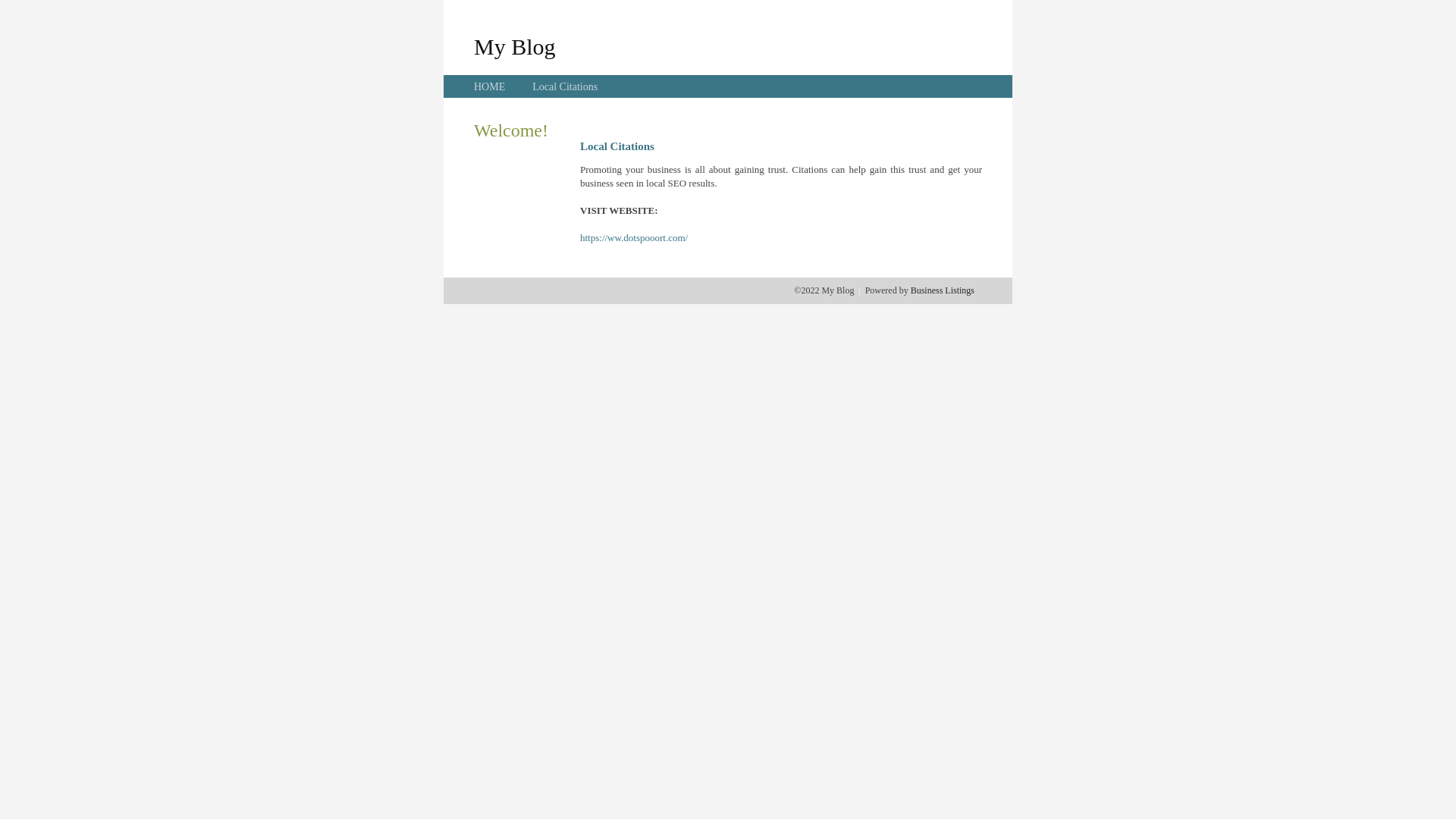  I want to click on 'Business Listings', so click(942, 290).